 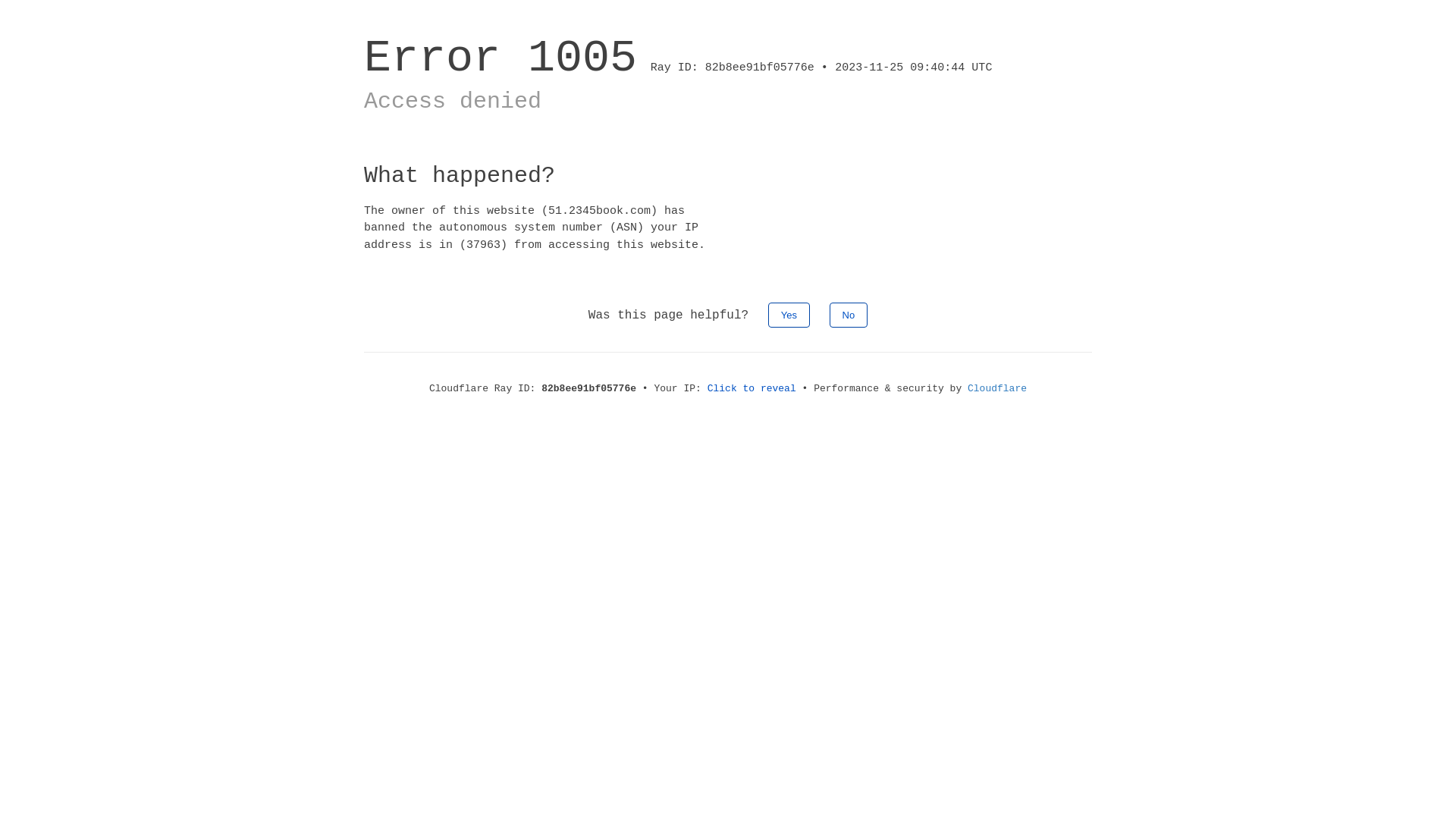 I want to click on 'Yes', so click(x=767, y=314).